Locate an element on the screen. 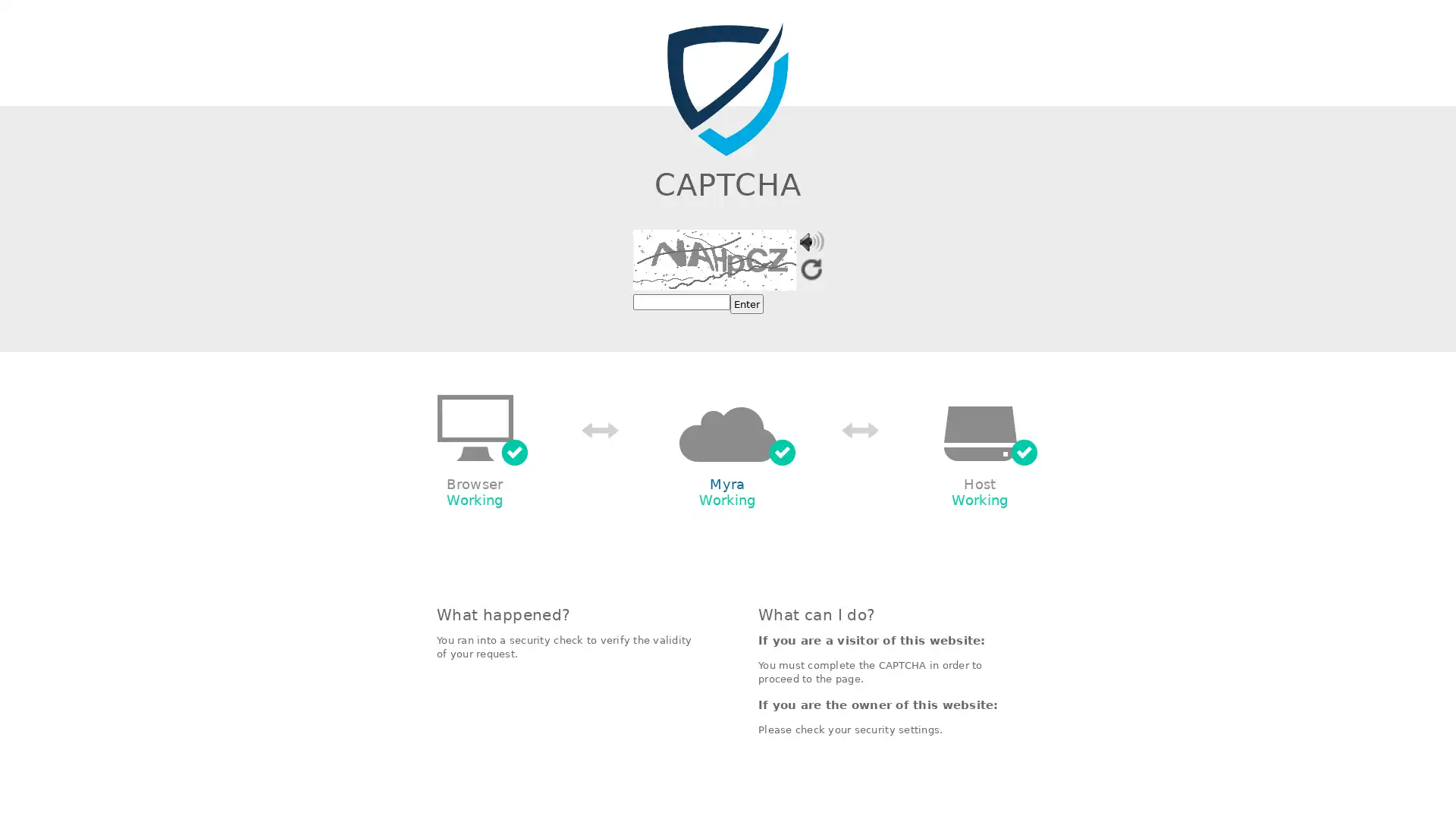 This screenshot has height=819, width=1456. Enter is located at coordinates (746, 304).